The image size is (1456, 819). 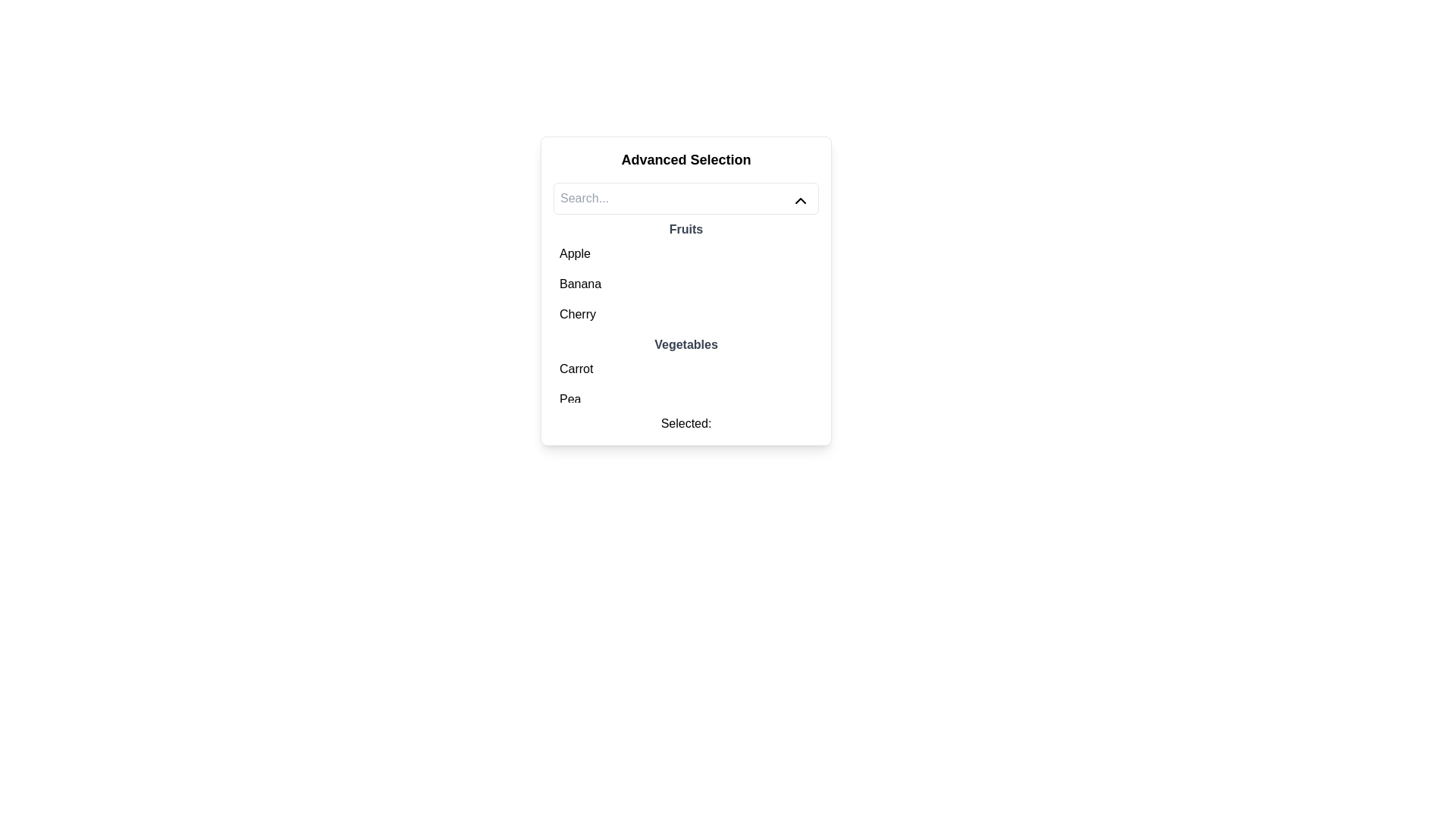 What do you see at coordinates (576, 369) in the screenshot?
I see `the 'Carrot' option in the 'Advanced Selection' dropdown list located under the 'Vegetables' subsection` at bounding box center [576, 369].